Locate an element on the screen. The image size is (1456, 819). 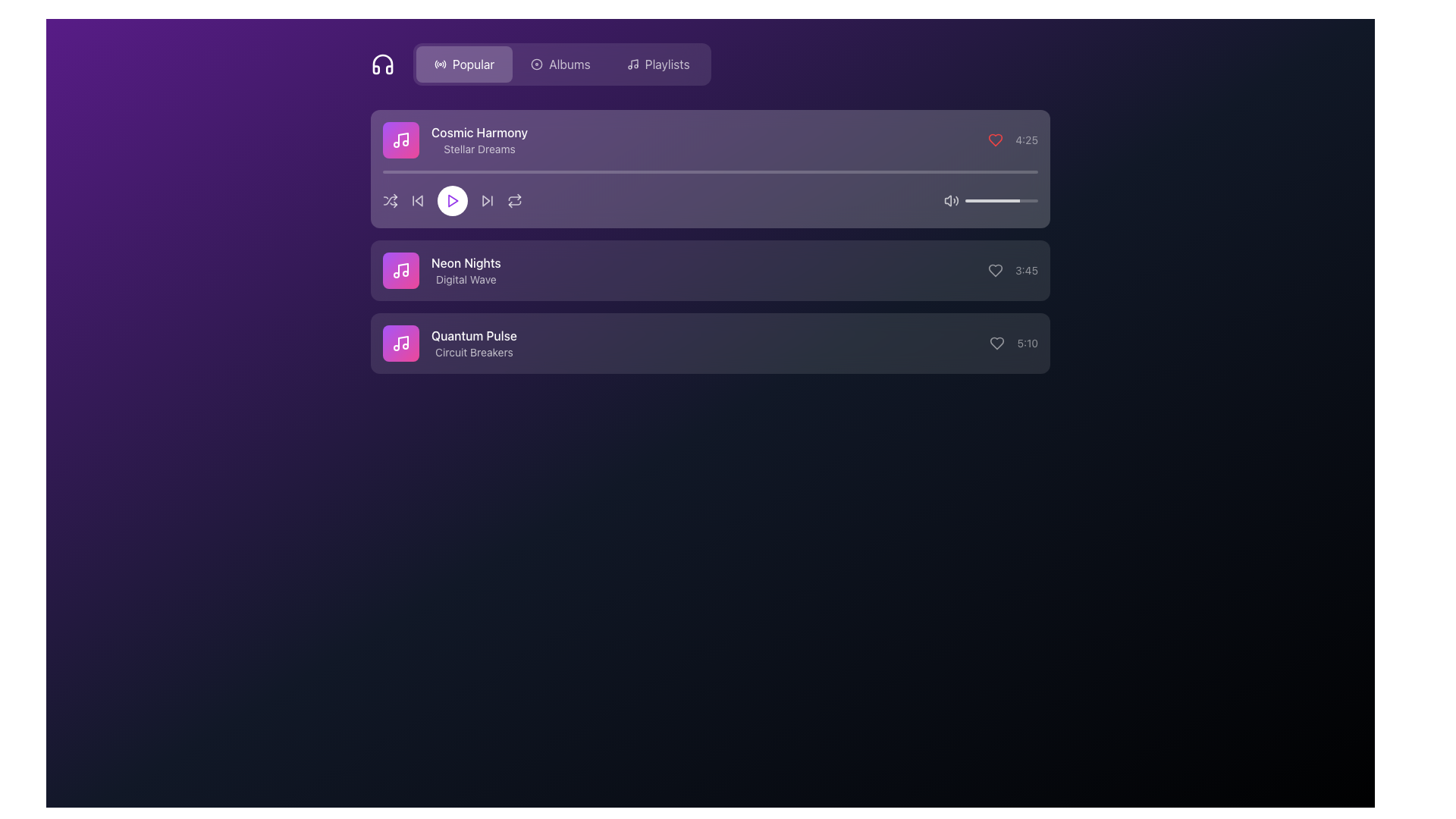
the 'Albums' button, which is a horizontally-aligned button with a light font label and a circular icon, positioned between 'Popular' and 'Playlists' is located at coordinates (560, 63).